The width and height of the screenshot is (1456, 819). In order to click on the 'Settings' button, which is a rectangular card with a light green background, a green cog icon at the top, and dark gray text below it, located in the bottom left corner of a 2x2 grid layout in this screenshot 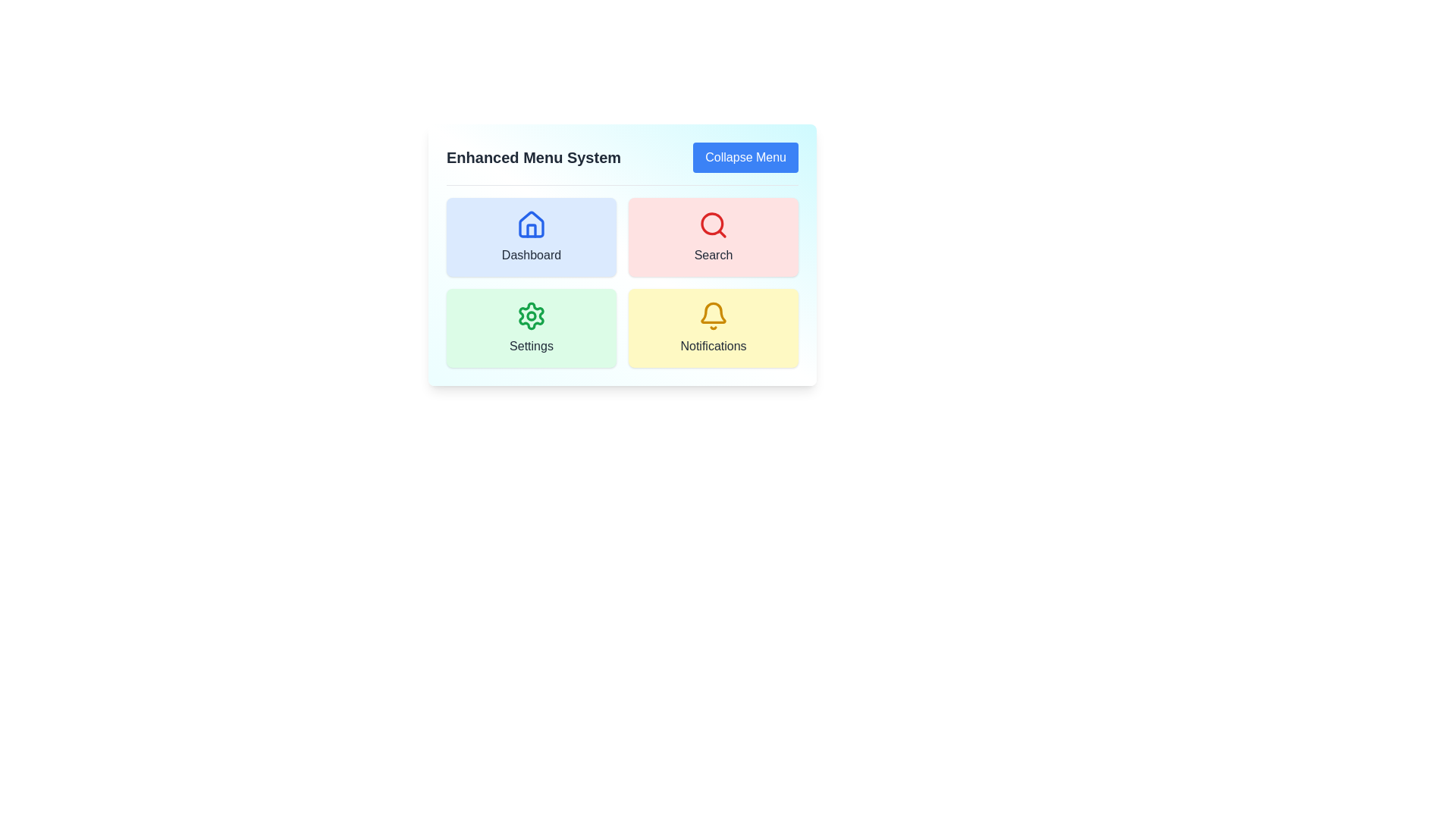, I will do `click(531, 327)`.